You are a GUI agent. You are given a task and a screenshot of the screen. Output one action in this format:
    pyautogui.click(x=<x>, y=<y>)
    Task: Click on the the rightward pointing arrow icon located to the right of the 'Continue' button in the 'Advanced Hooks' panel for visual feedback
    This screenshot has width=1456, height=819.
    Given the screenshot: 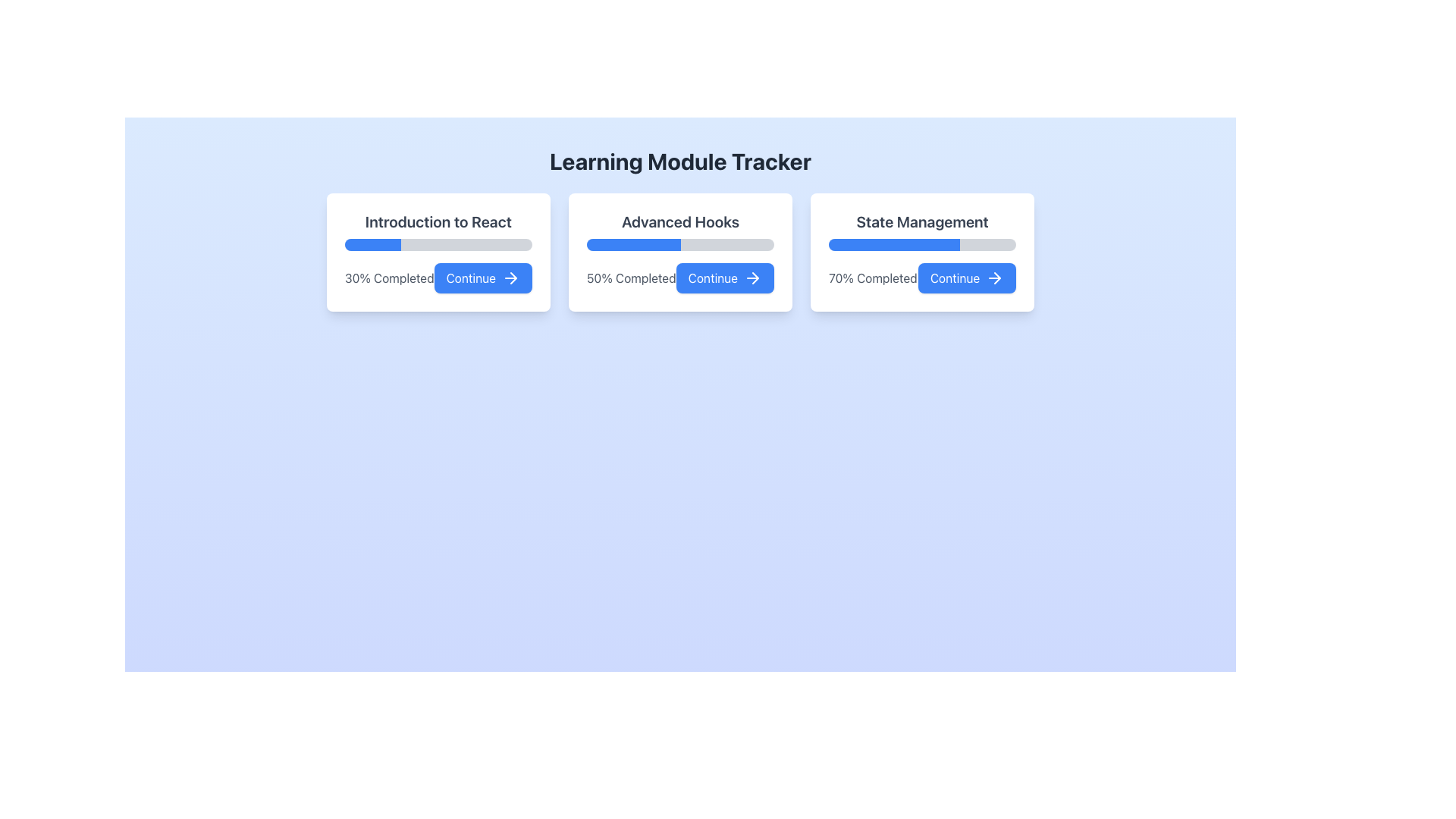 What is the action you would take?
    pyautogui.click(x=755, y=278)
    